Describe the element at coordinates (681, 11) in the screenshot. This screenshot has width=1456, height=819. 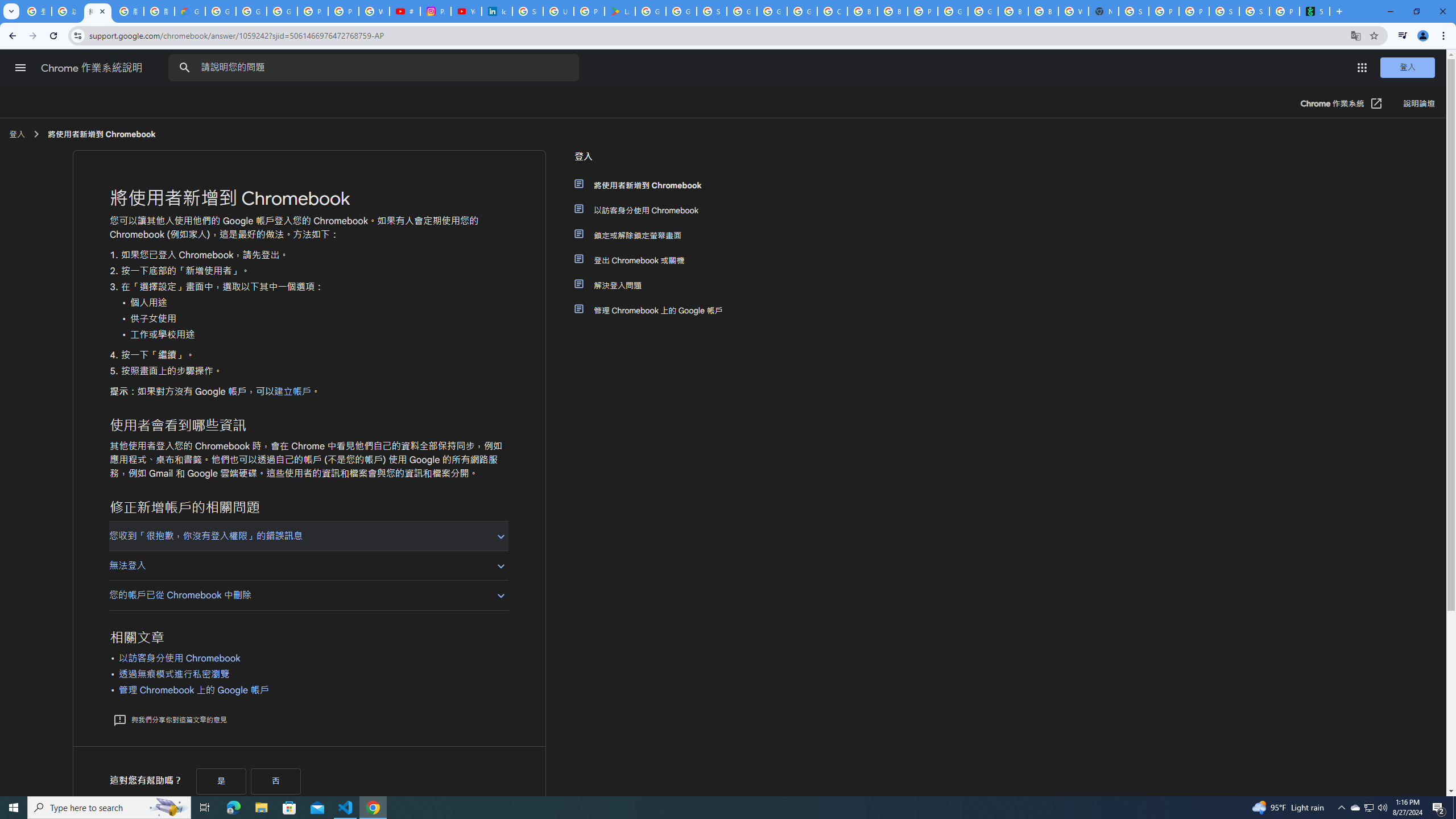
I see `'Google Workspace - Specific Terms'` at that location.